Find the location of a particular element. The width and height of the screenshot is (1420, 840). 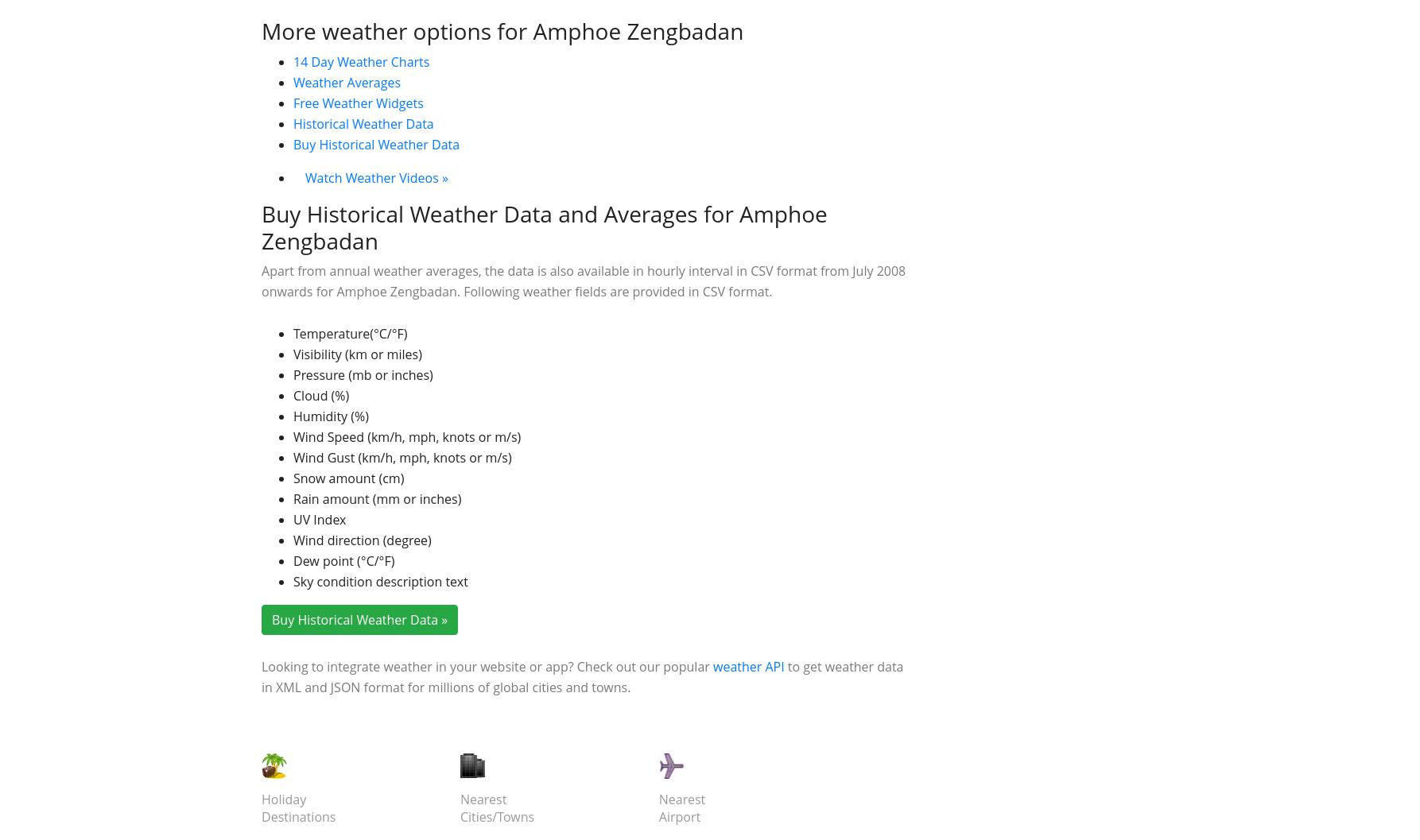

'Wind Speed (km/h, mph, knots or m/s)' is located at coordinates (406, 672).